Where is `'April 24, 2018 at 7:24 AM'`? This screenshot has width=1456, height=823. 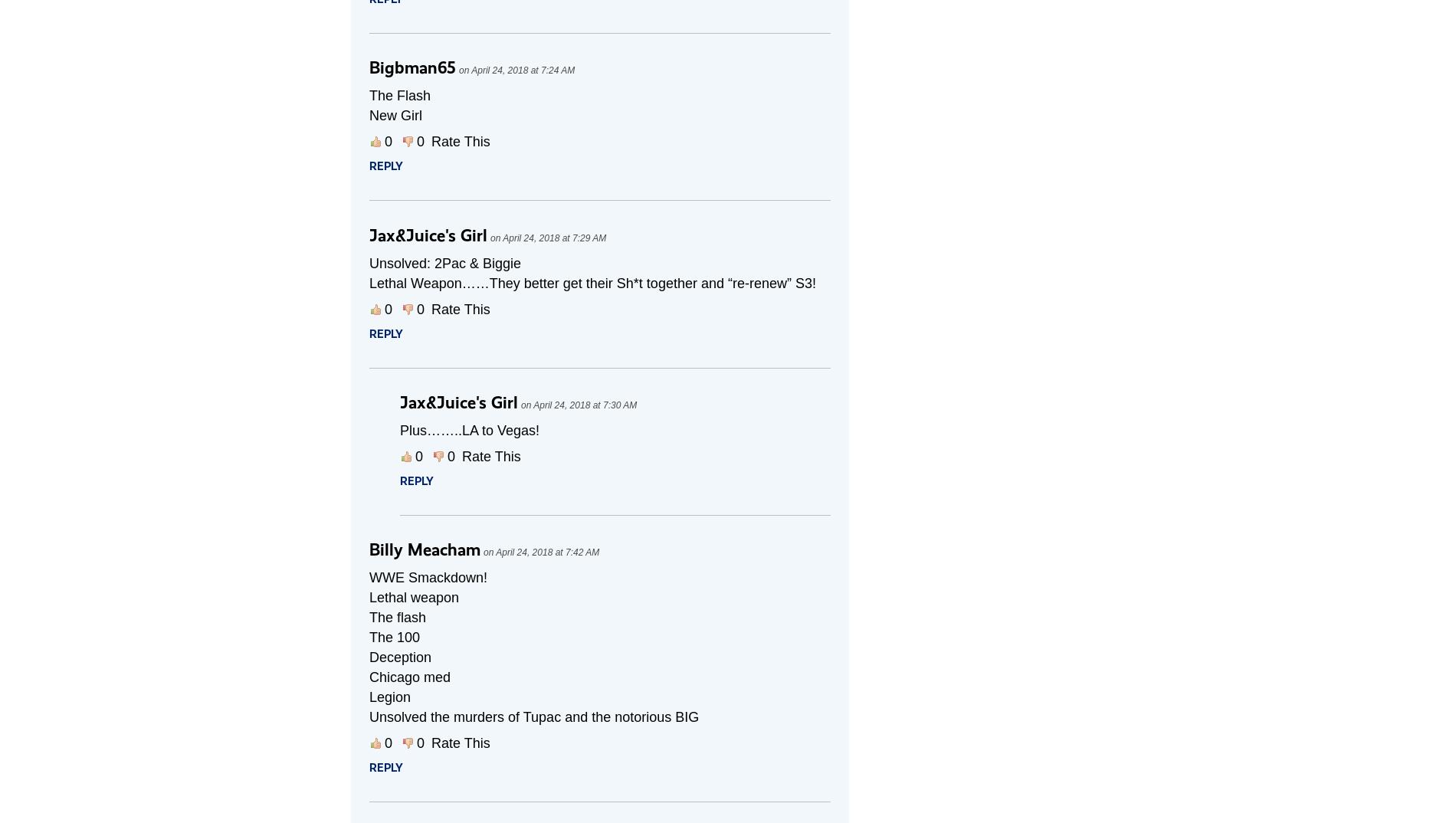
'April 24, 2018 at 7:24 AM' is located at coordinates (523, 70).